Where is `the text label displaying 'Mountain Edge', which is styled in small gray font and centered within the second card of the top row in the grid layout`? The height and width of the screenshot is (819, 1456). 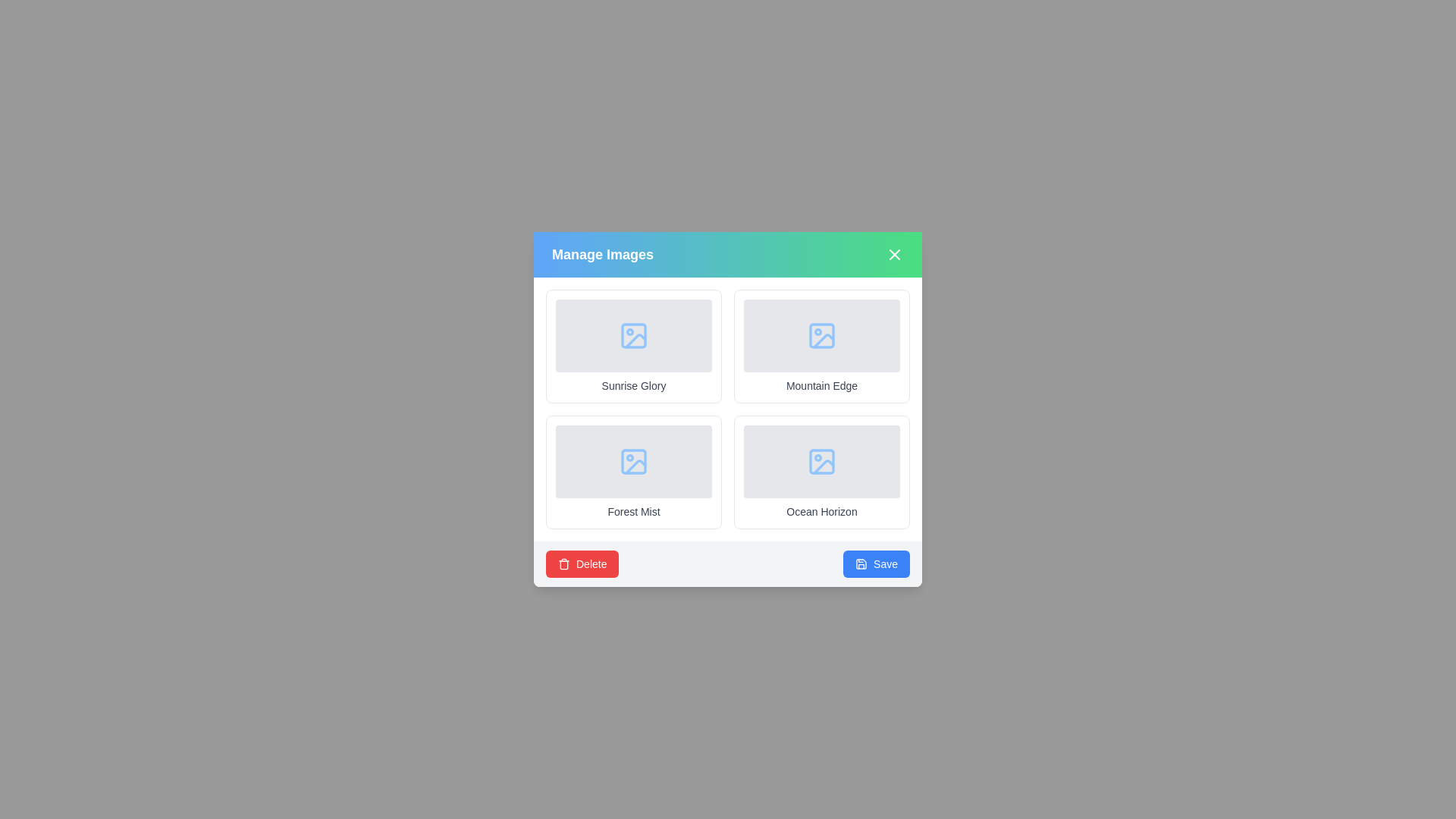 the text label displaying 'Mountain Edge', which is styled in small gray font and centered within the second card of the top row in the grid layout is located at coordinates (821, 385).